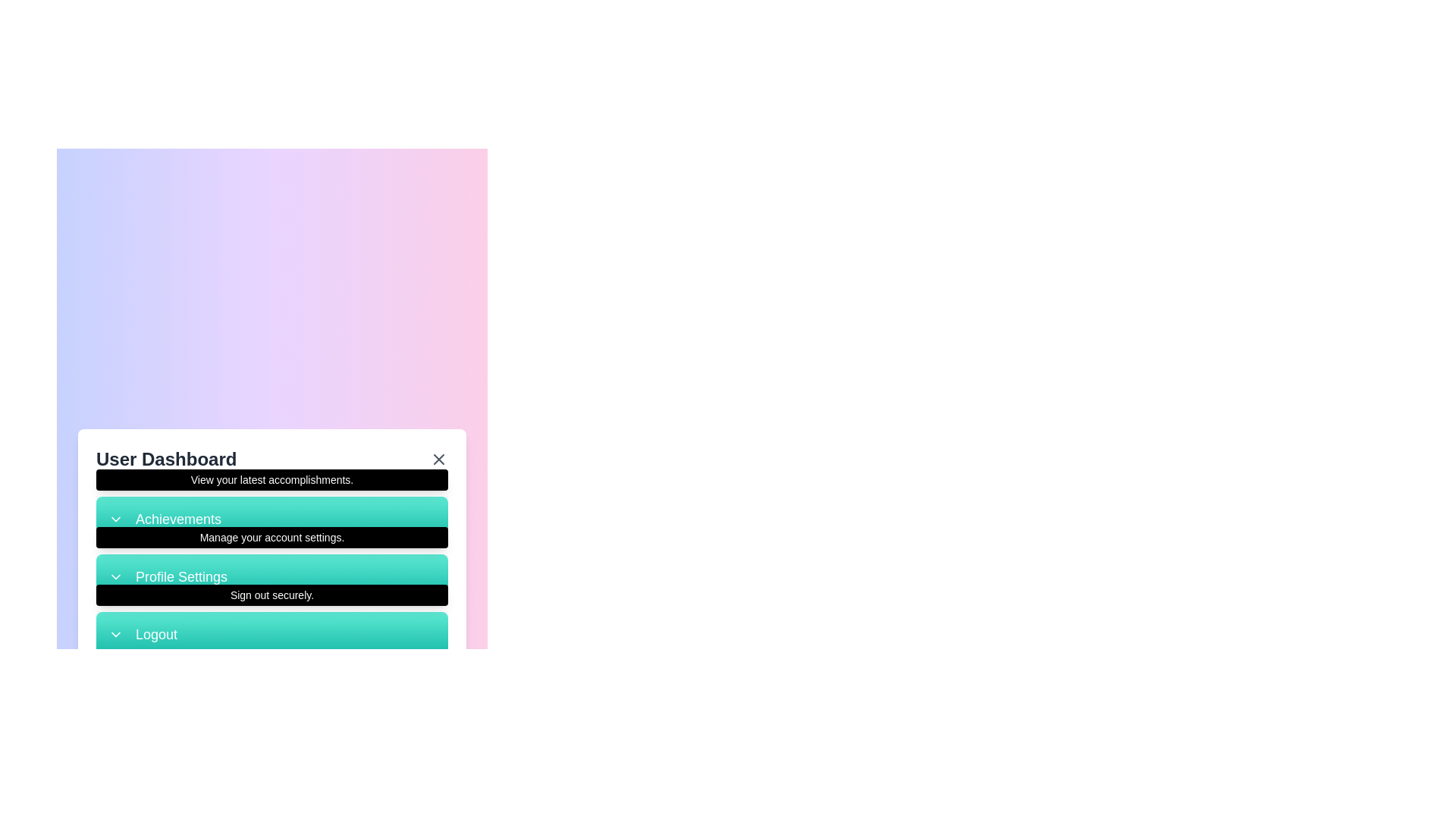 This screenshot has width=1456, height=819. What do you see at coordinates (156, 634) in the screenshot?
I see `the logout text label at the bottom of the vertical list menu, which indicates the logout functionality` at bounding box center [156, 634].